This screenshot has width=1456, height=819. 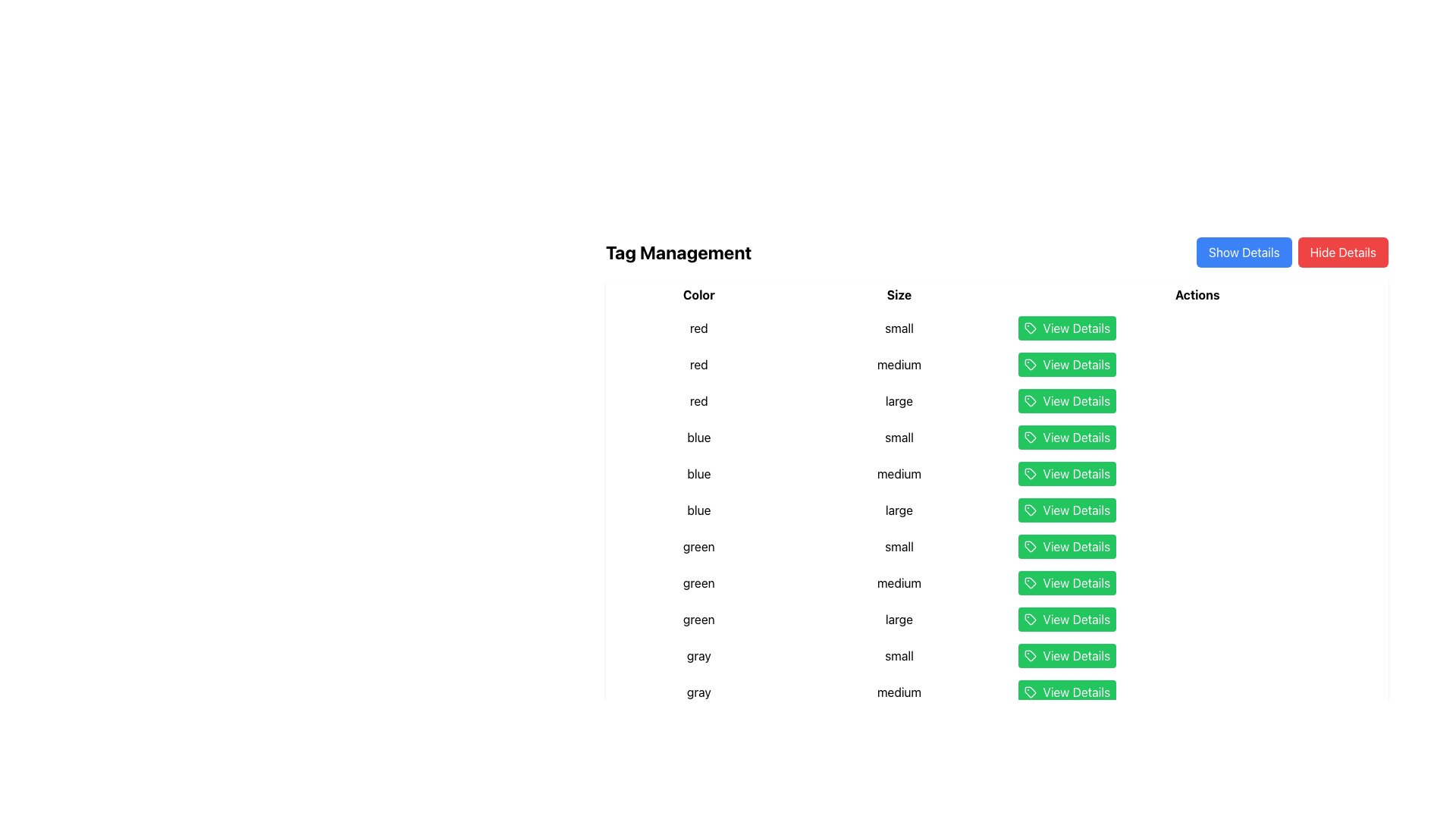 I want to click on text label displaying 'red' in the 'Color' column of the grid using developer tools, so click(x=698, y=327).